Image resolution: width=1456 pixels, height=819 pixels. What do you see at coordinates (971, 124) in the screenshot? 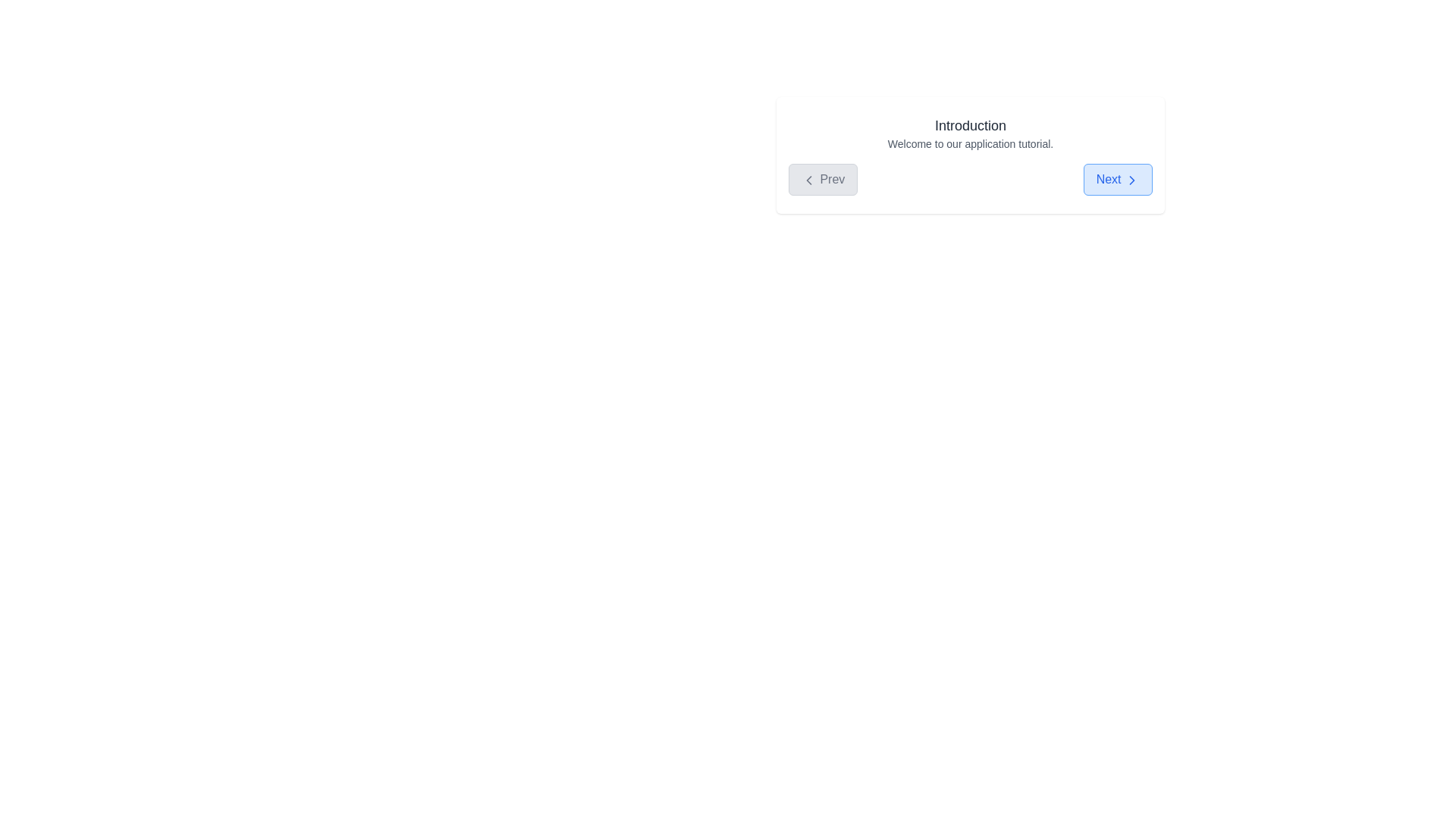
I see `the header label that serves as the title for the section, providing clarity about the page content, located centrally above the text 'Welcome to our application tutorial.'` at bounding box center [971, 124].